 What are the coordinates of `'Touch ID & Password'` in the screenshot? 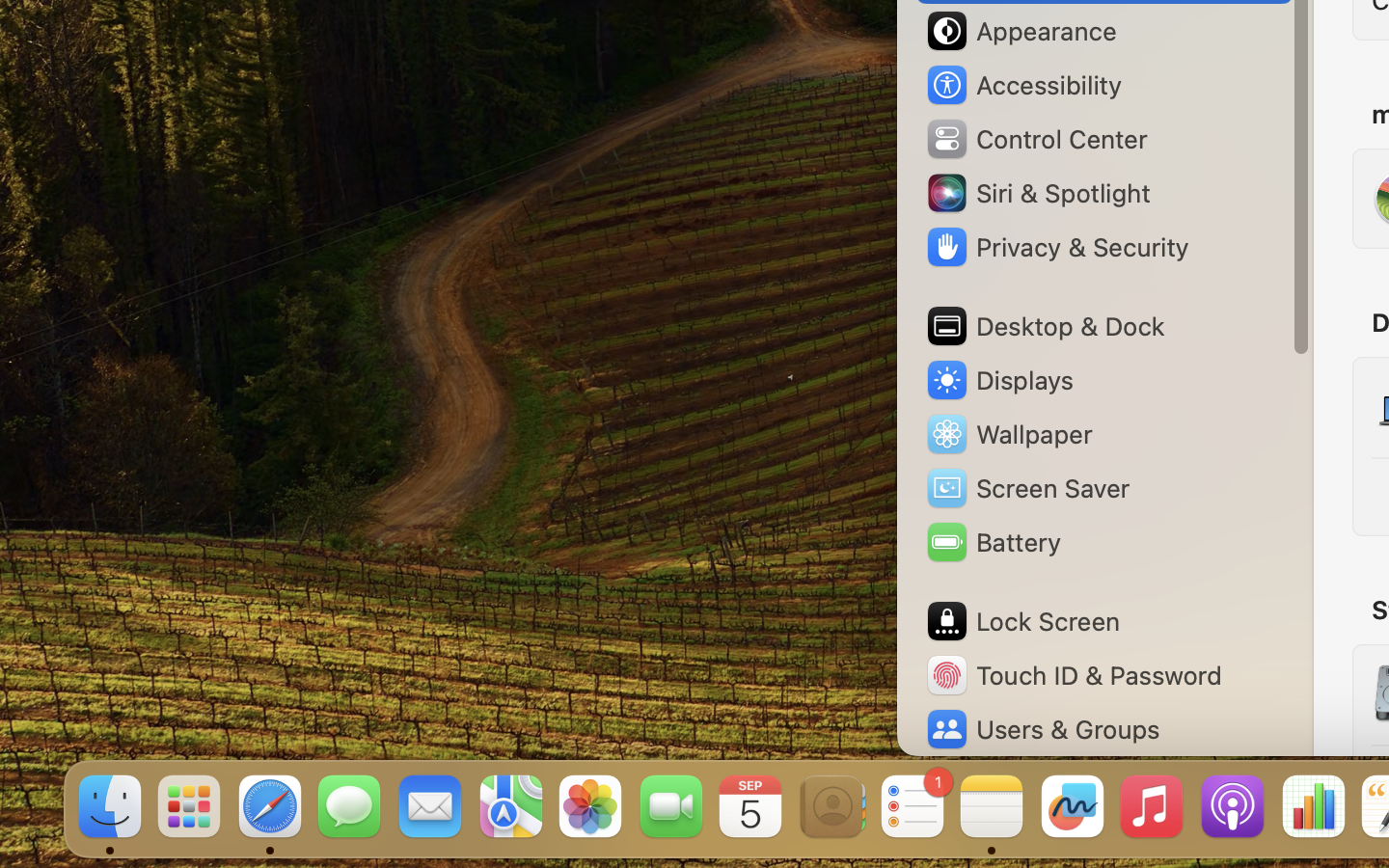 It's located at (1072, 674).